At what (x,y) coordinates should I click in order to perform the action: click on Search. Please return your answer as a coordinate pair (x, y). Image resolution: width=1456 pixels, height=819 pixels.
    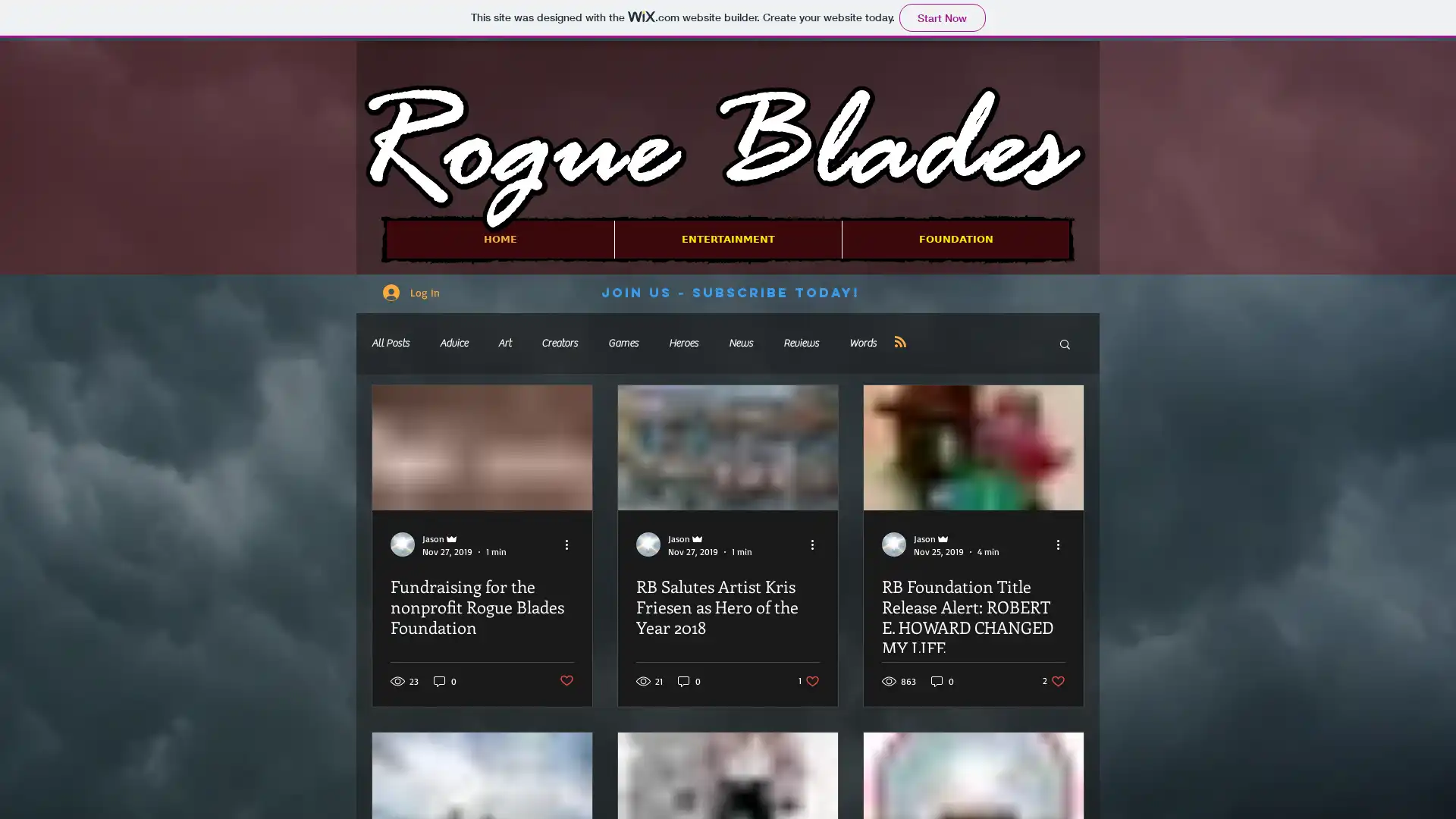
    Looking at the image, I should click on (1064, 345).